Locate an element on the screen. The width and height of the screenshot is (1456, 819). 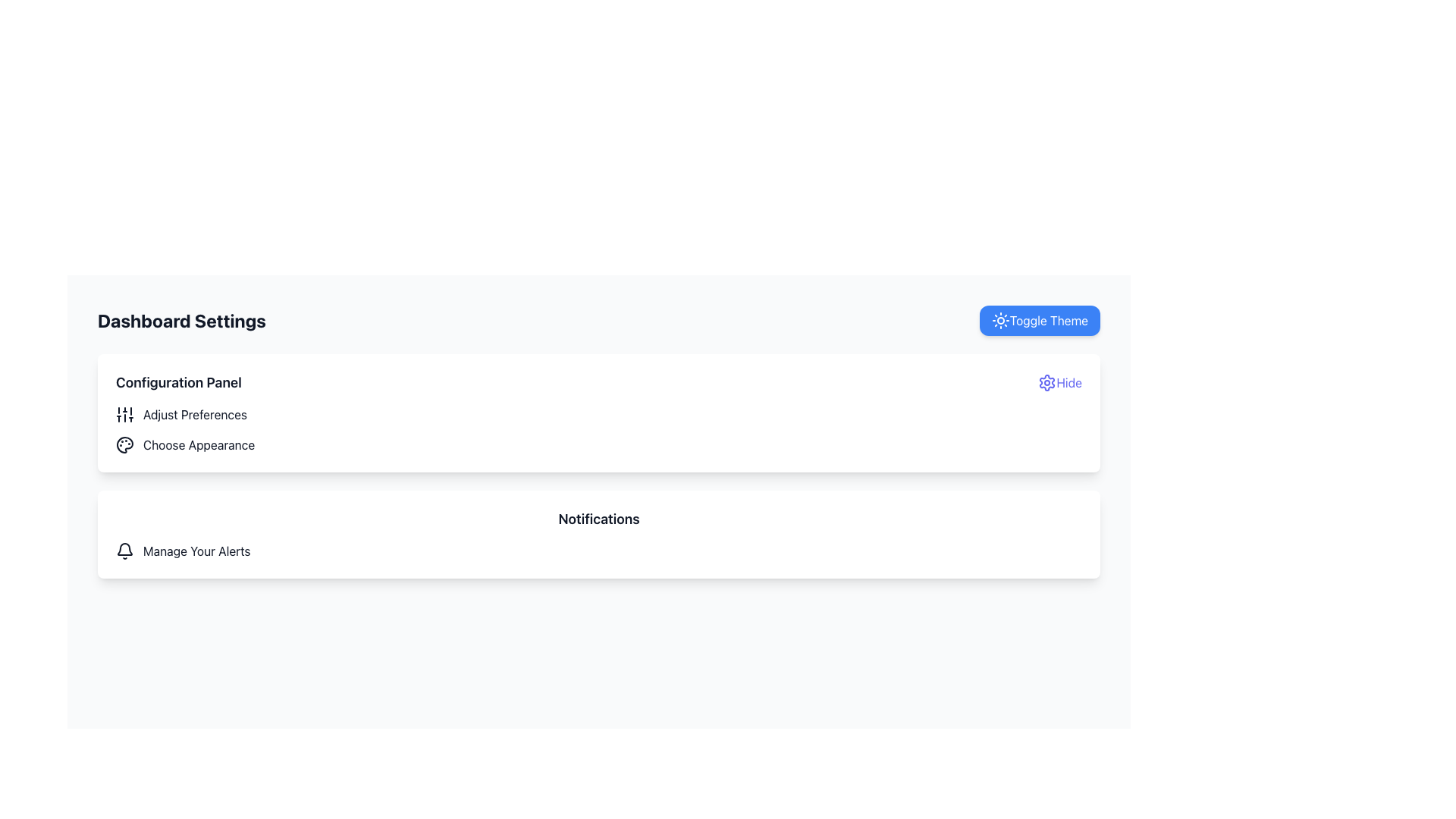
the 'Choose Appearance' text label located in the 'Configuration Panel' section, positioned below 'Adjust Preferences' and to the right of a palette icon is located at coordinates (198, 444).